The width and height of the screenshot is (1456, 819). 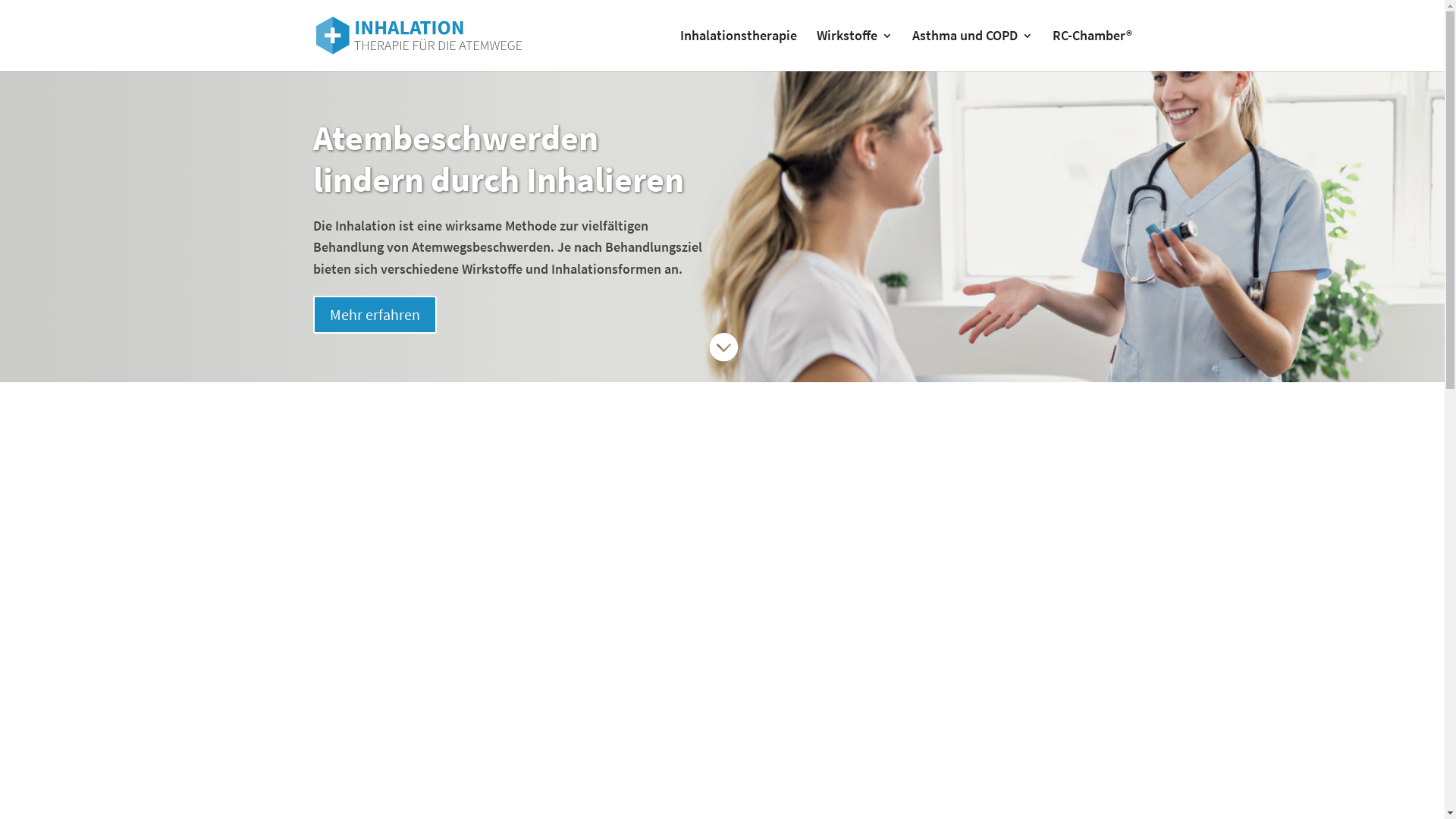 What do you see at coordinates (374, 314) in the screenshot?
I see `'Mehr erfahren'` at bounding box center [374, 314].